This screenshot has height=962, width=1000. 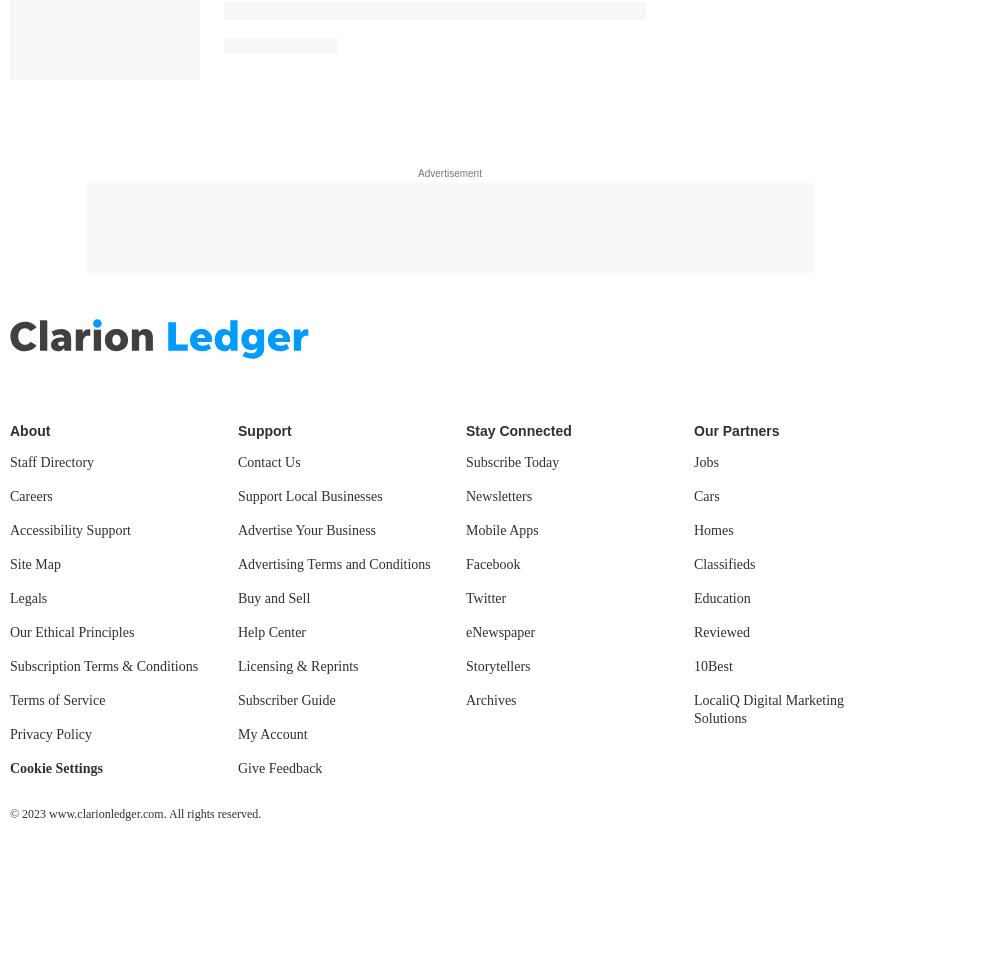 What do you see at coordinates (57, 698) in the screenshot?
I see `'Terms of Service'` at bounding box center [57, 698].